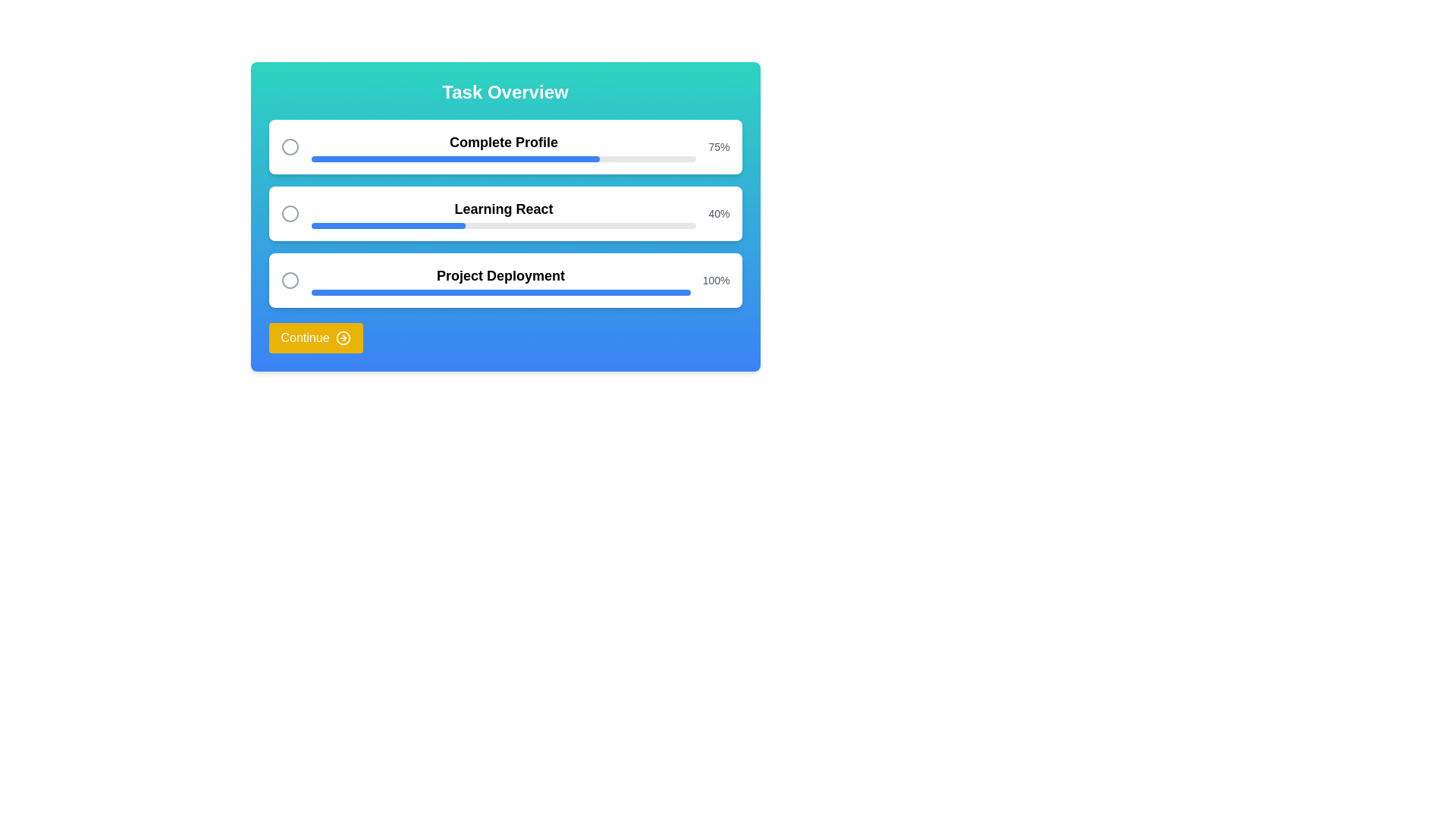 Image resolution: width=1456 pixels, height=819 pixels. I want to click on the progress percentage text label, which is the rightmost sibling in the progress bar card under the 'Learning React' section, so click(718, 213).